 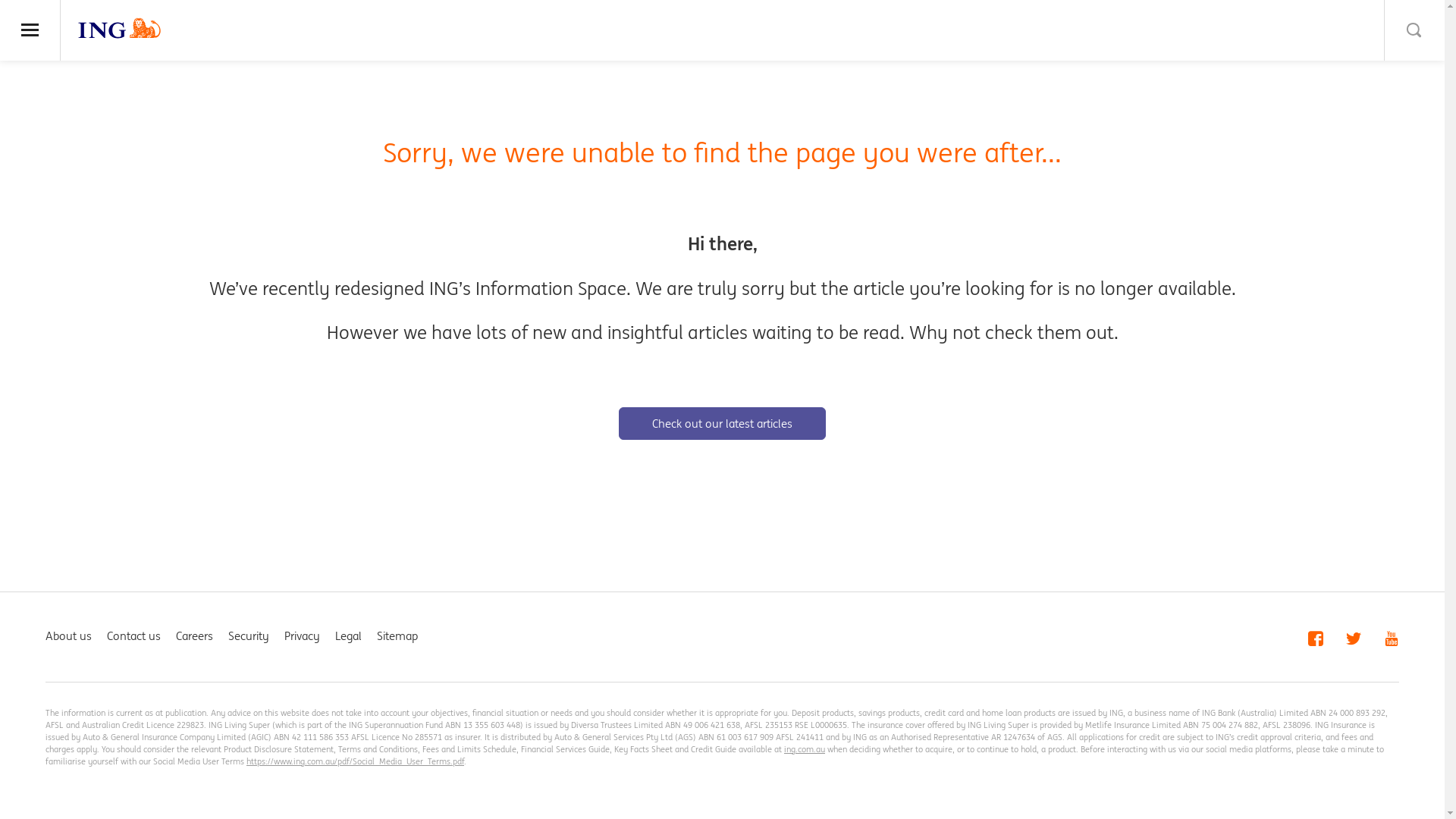 What do you see at coordinates (347, 635) in the screenshot?
I see `'Legal'` at bounding box center [347, 635].